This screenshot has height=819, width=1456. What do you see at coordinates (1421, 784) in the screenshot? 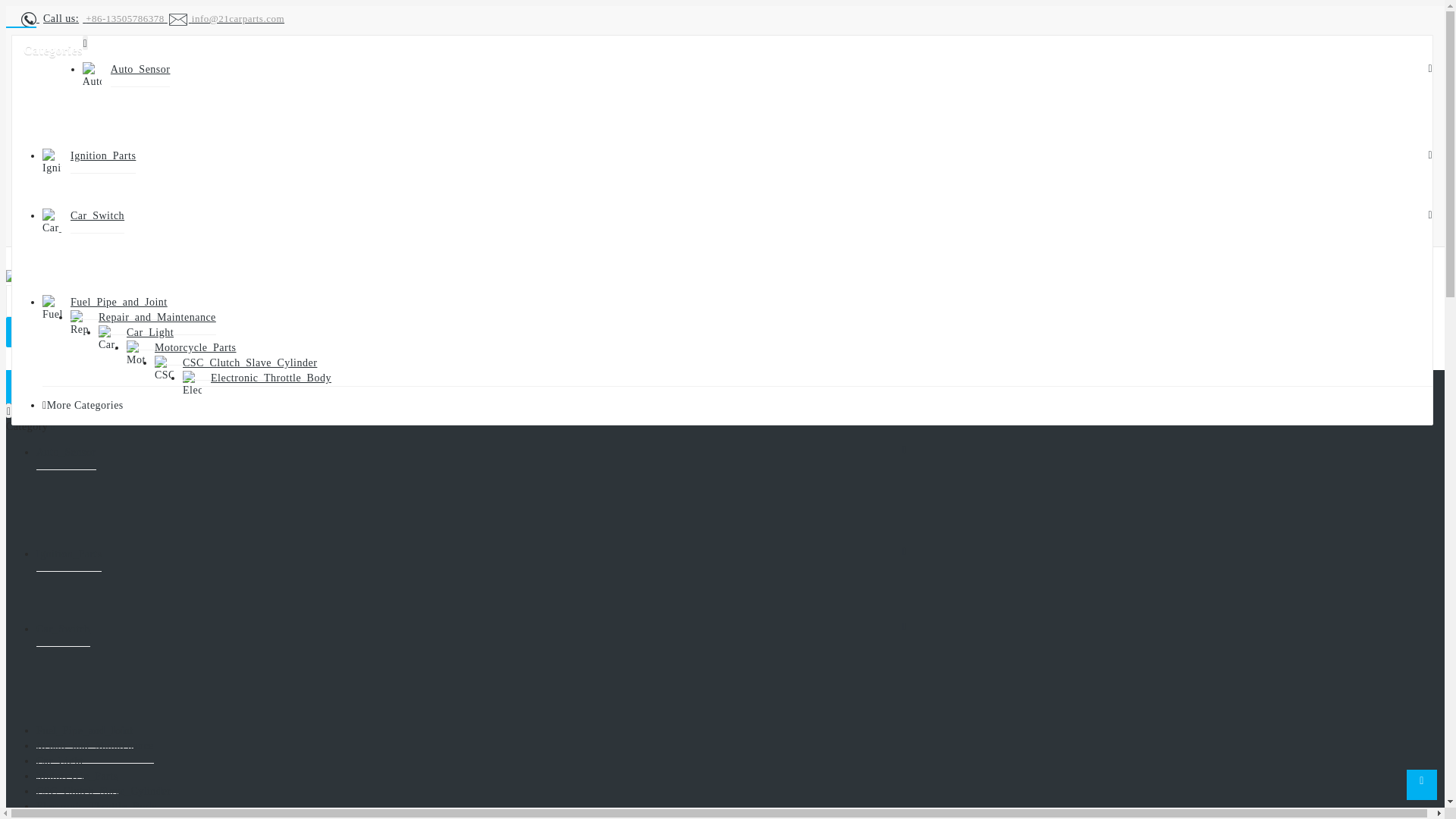
I see `'Scroll to Top'` at bounding box center [1421, 784].